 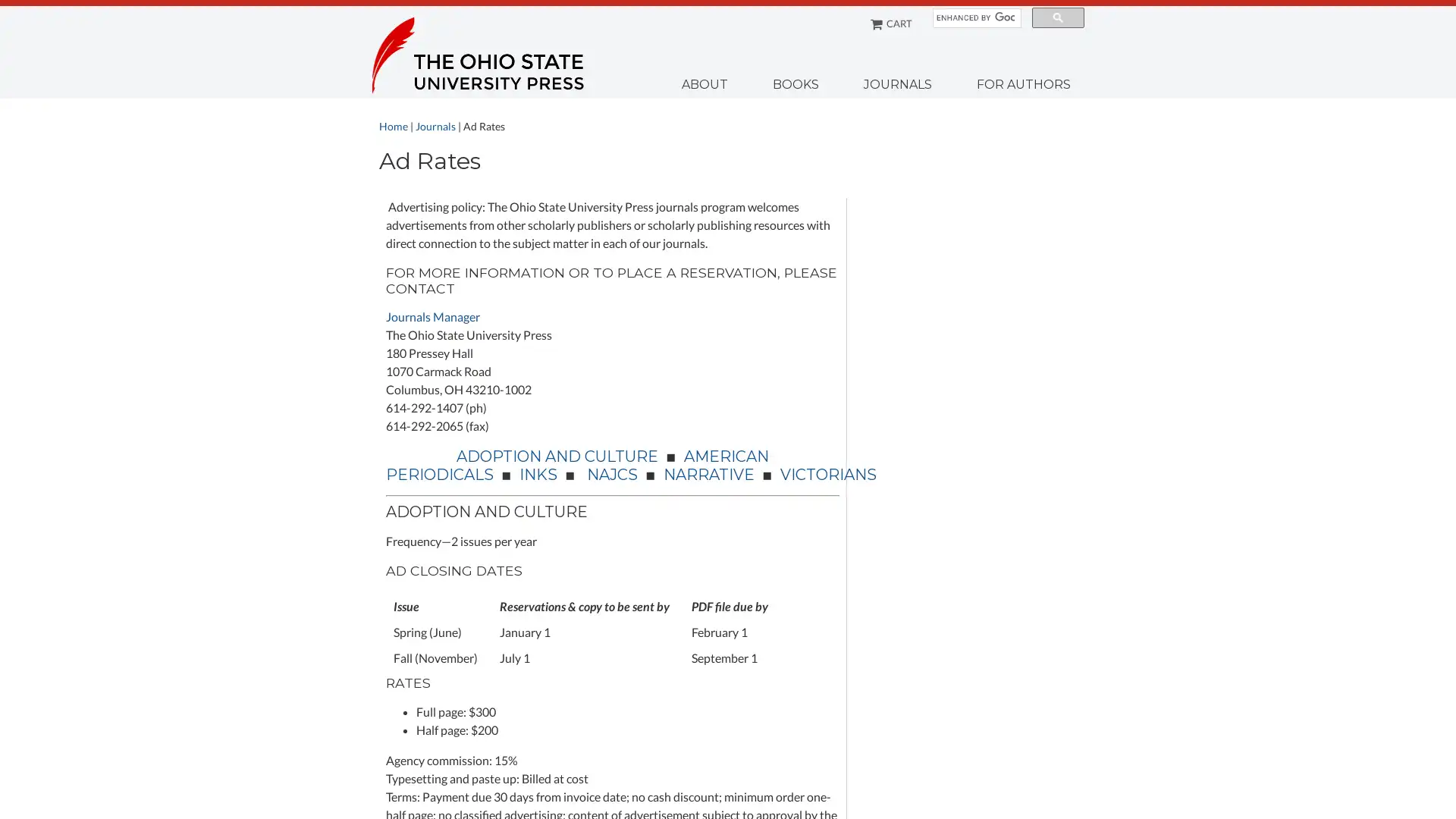 I want to click on search, so click(x=1057, y=17).